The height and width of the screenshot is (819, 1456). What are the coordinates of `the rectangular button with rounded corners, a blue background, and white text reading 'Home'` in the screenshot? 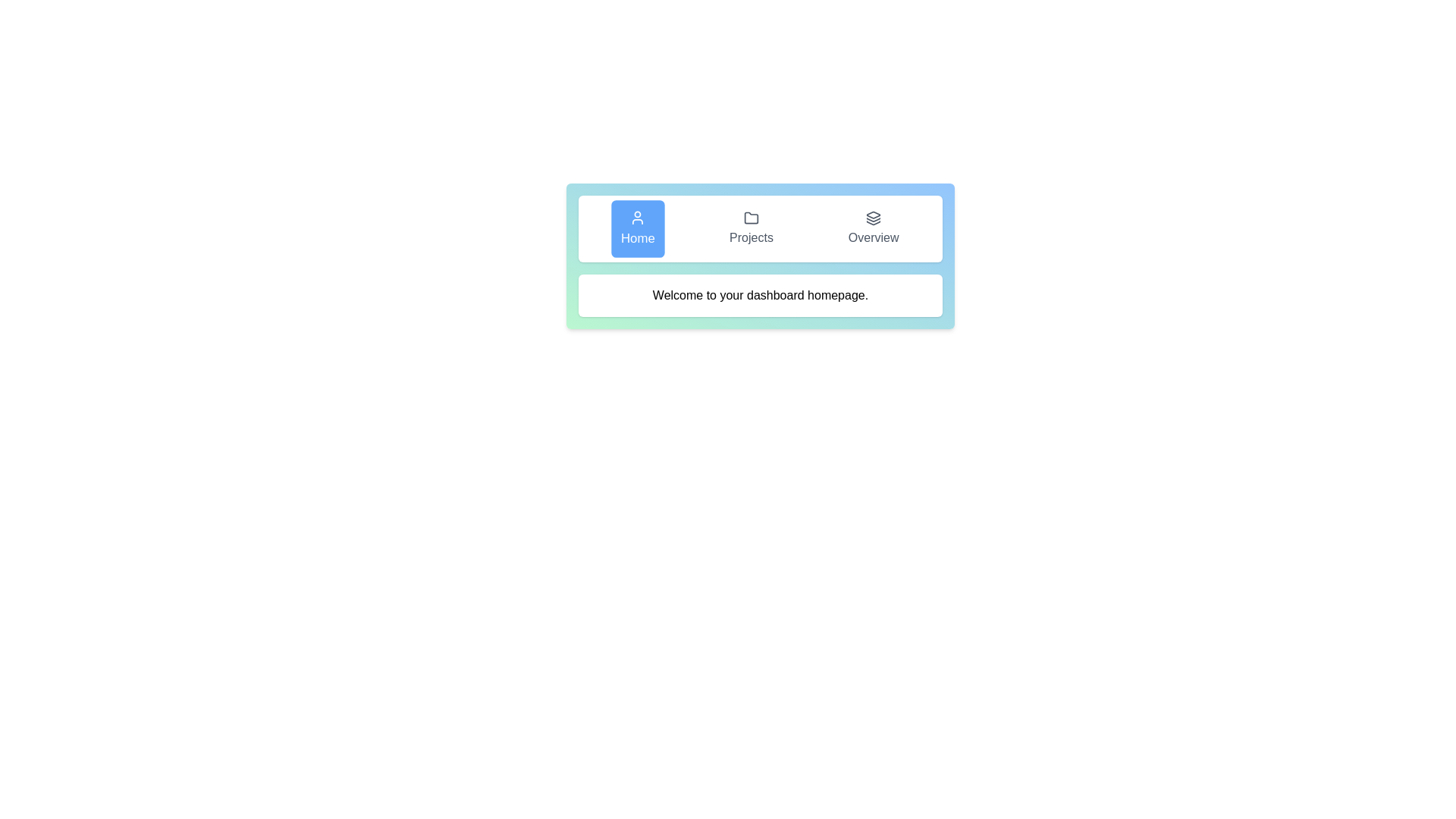 It's located at (638, 228).